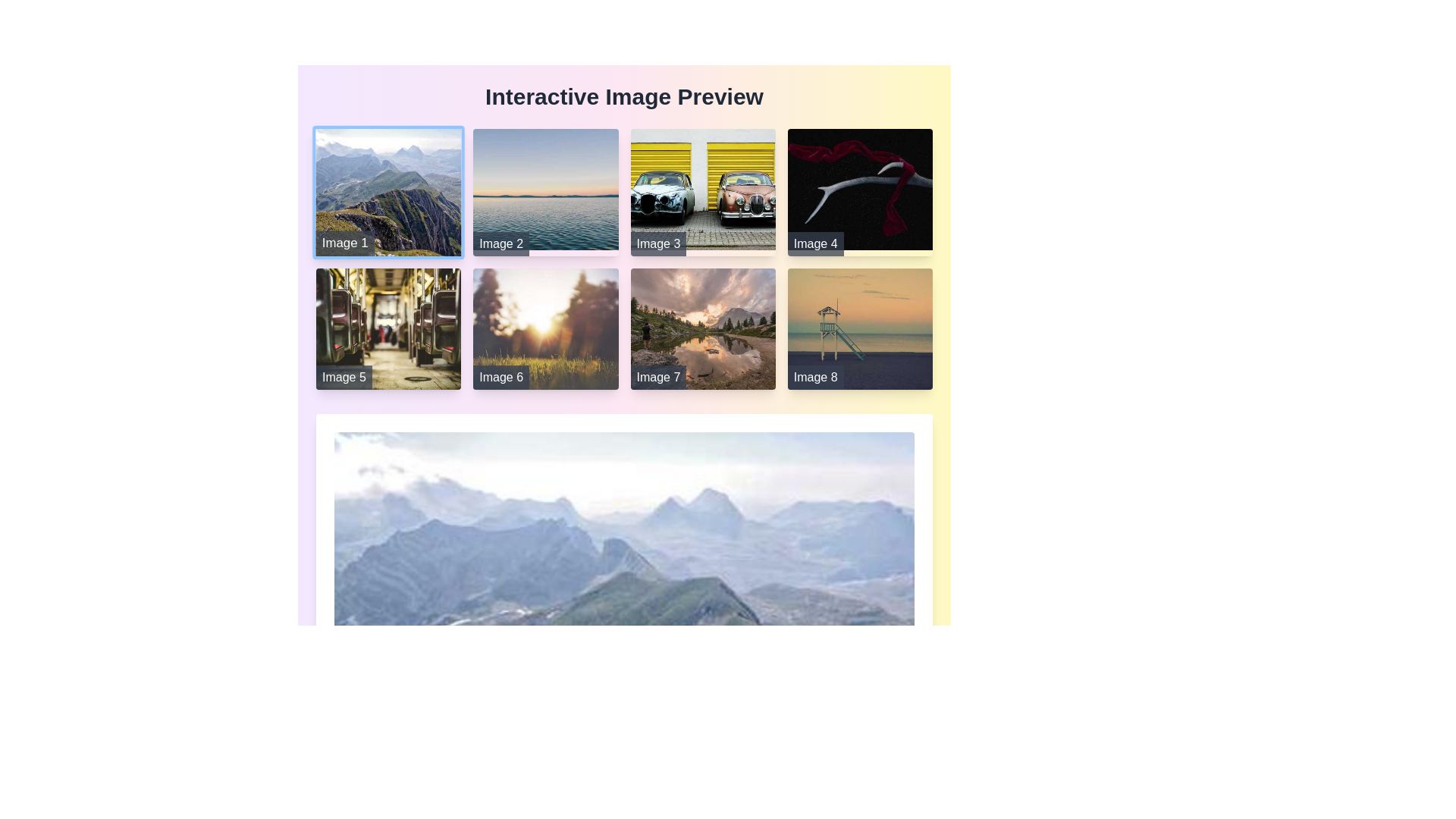 This screenshot has height=819, width=1456. Describe the element at coordinates (343, 376) in the screenshot. I see `the text display component located at the bottom-left corner of the image thumbnail` at that location.